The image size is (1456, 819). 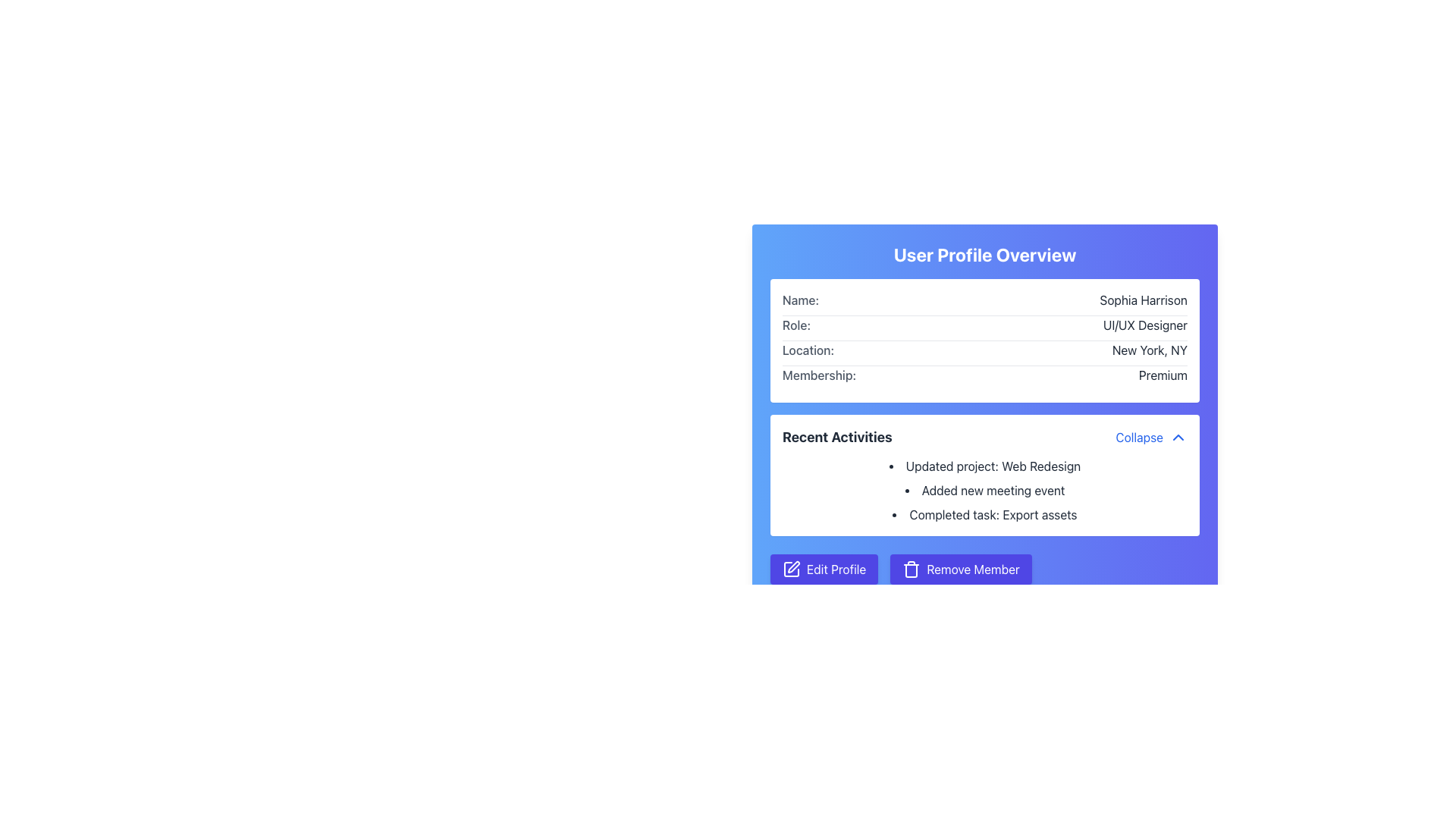 What do you see at coordinates (800, 300) in the screenshot?
I see `the text label reading 'Name:' which is styled in gray color and located in the user profile section, aligned horizontally with other labels` at bounding box center [800, 300].